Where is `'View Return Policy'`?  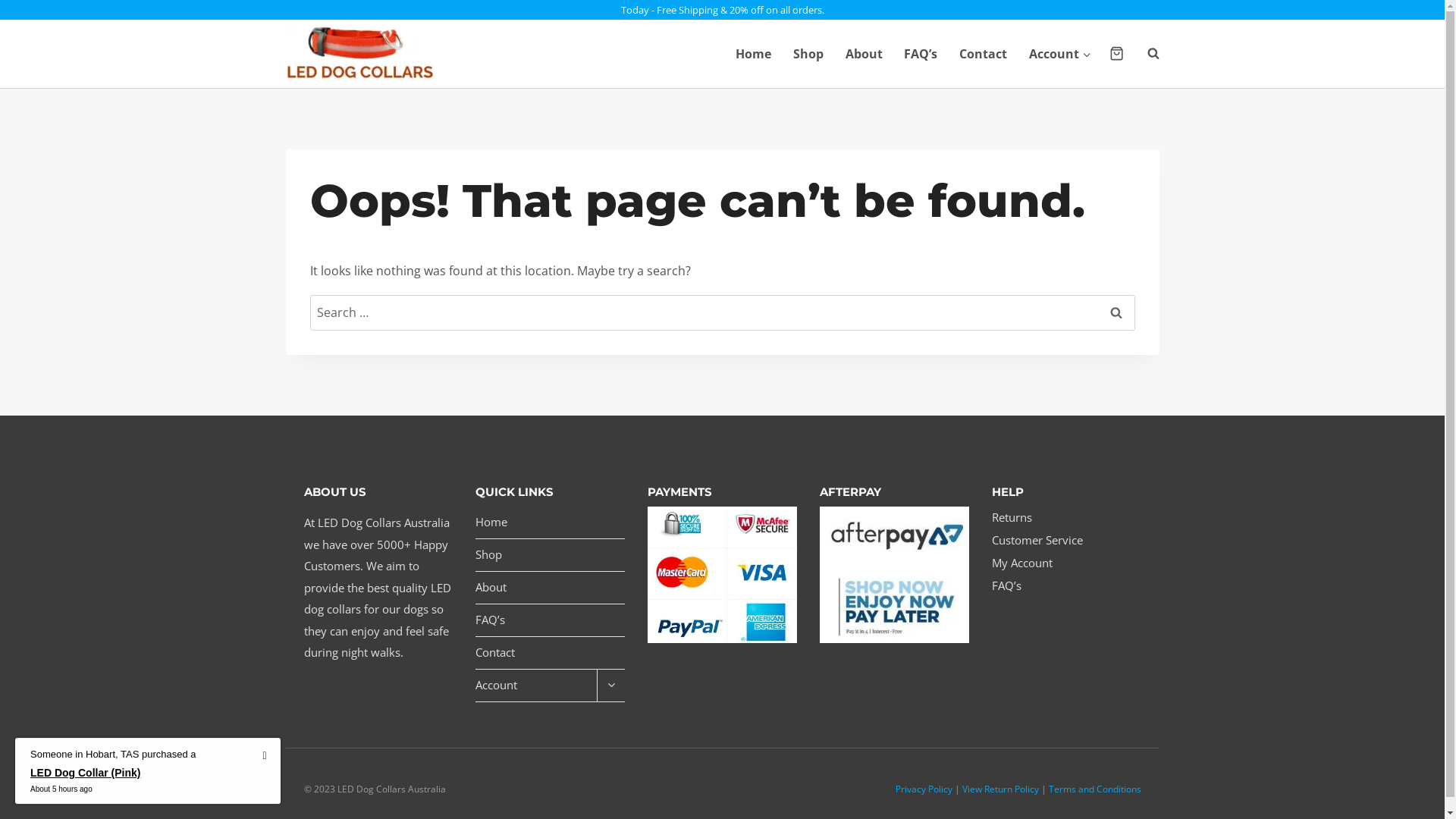 'View Return Policy' is located at coordinates (999, 788).